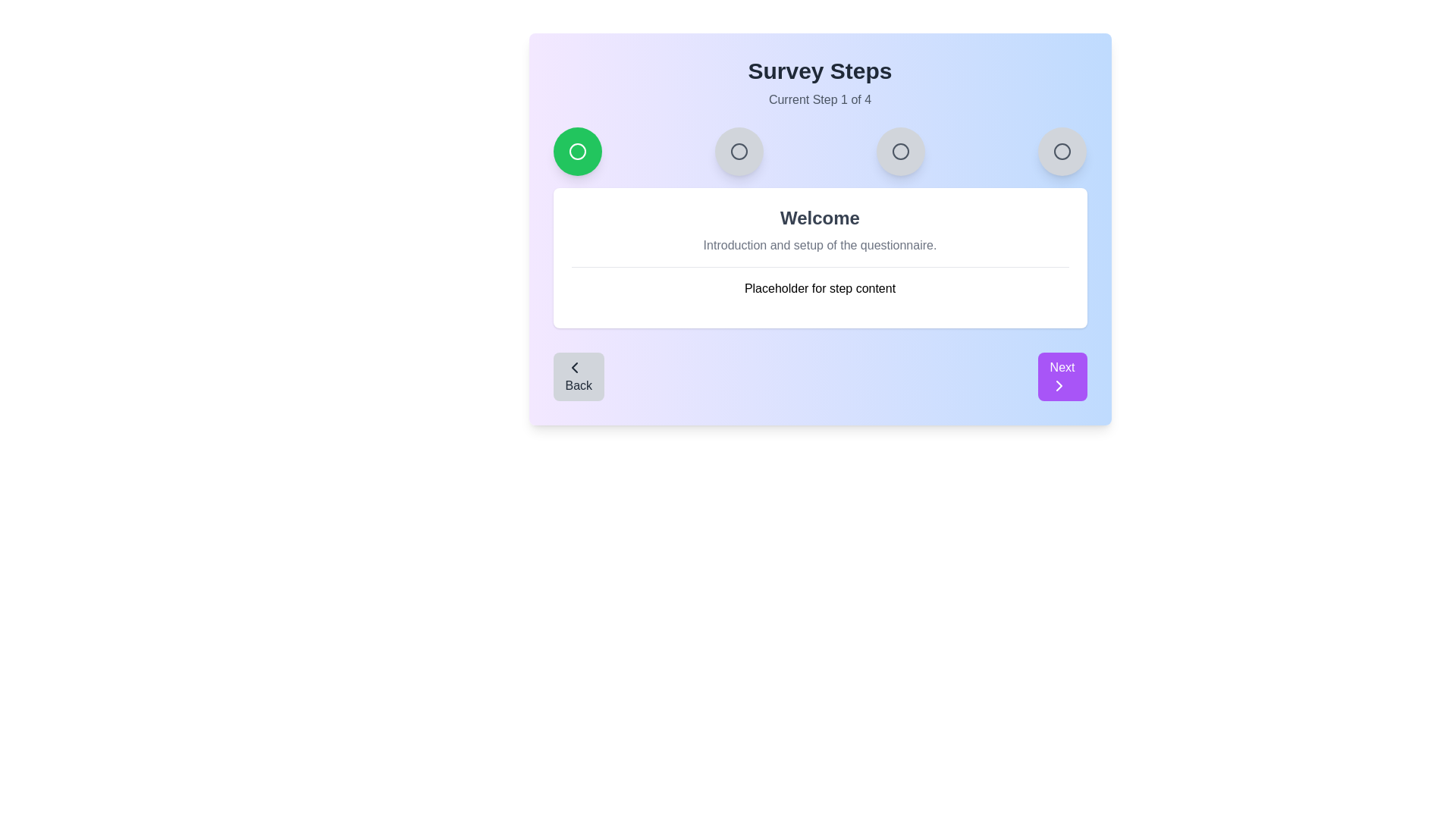  I want to click on the second Circle icon in the step indicator series, so click(739, 152).